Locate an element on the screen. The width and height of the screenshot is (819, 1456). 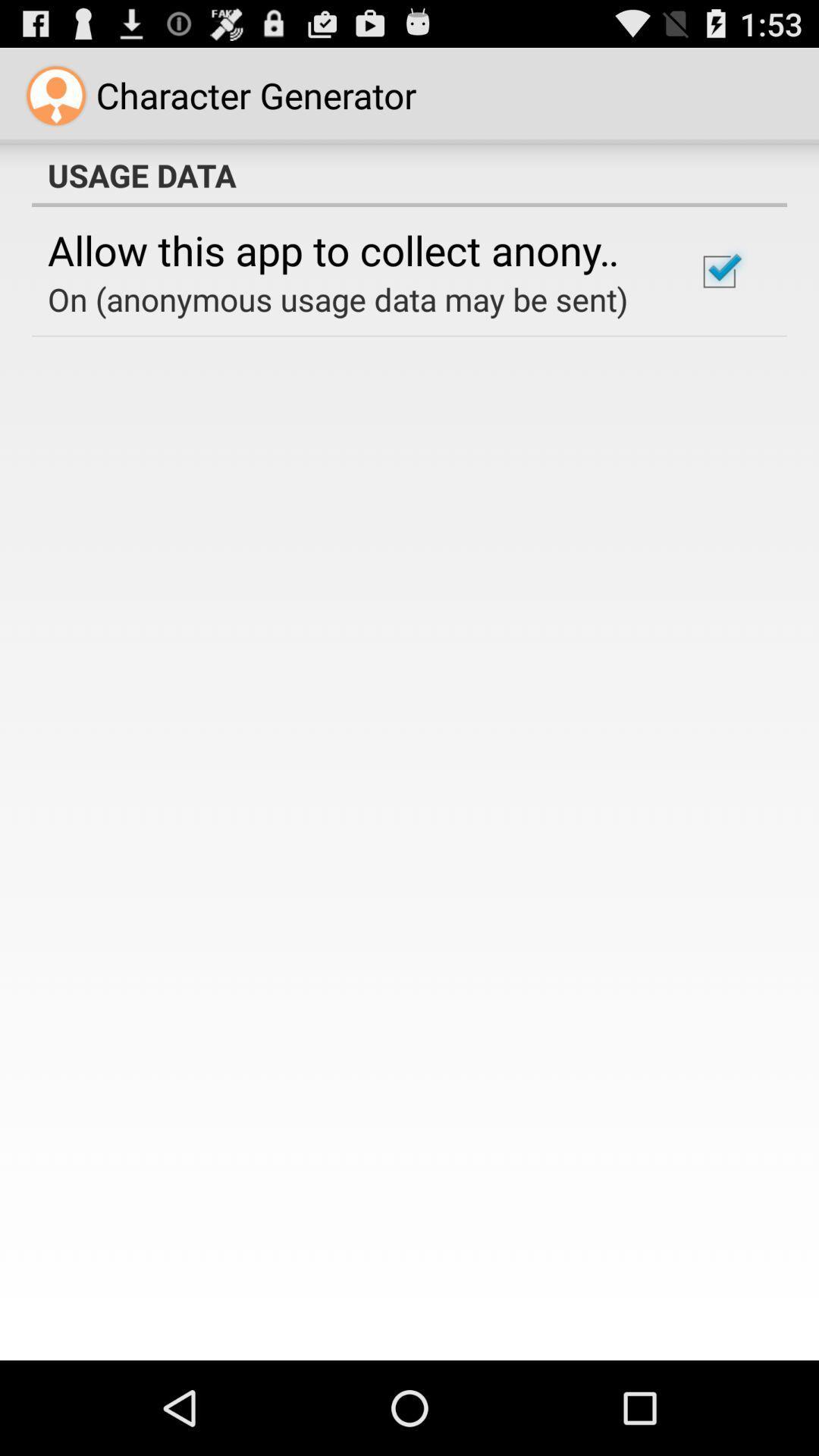
the app below usage data app is located at coordinates (351, 249).